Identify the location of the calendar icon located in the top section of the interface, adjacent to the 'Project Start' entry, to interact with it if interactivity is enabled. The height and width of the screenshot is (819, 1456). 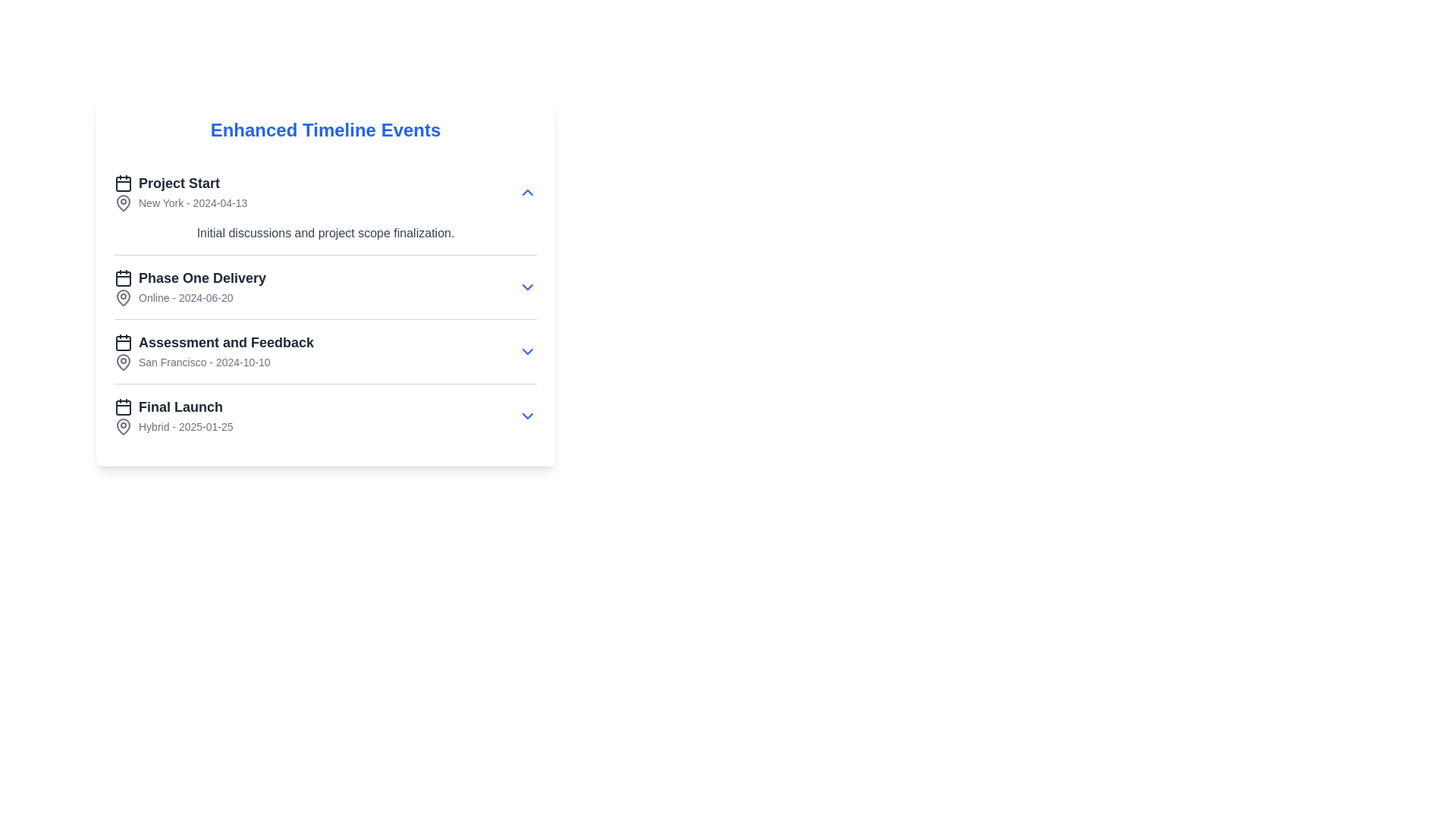
(124, 184).